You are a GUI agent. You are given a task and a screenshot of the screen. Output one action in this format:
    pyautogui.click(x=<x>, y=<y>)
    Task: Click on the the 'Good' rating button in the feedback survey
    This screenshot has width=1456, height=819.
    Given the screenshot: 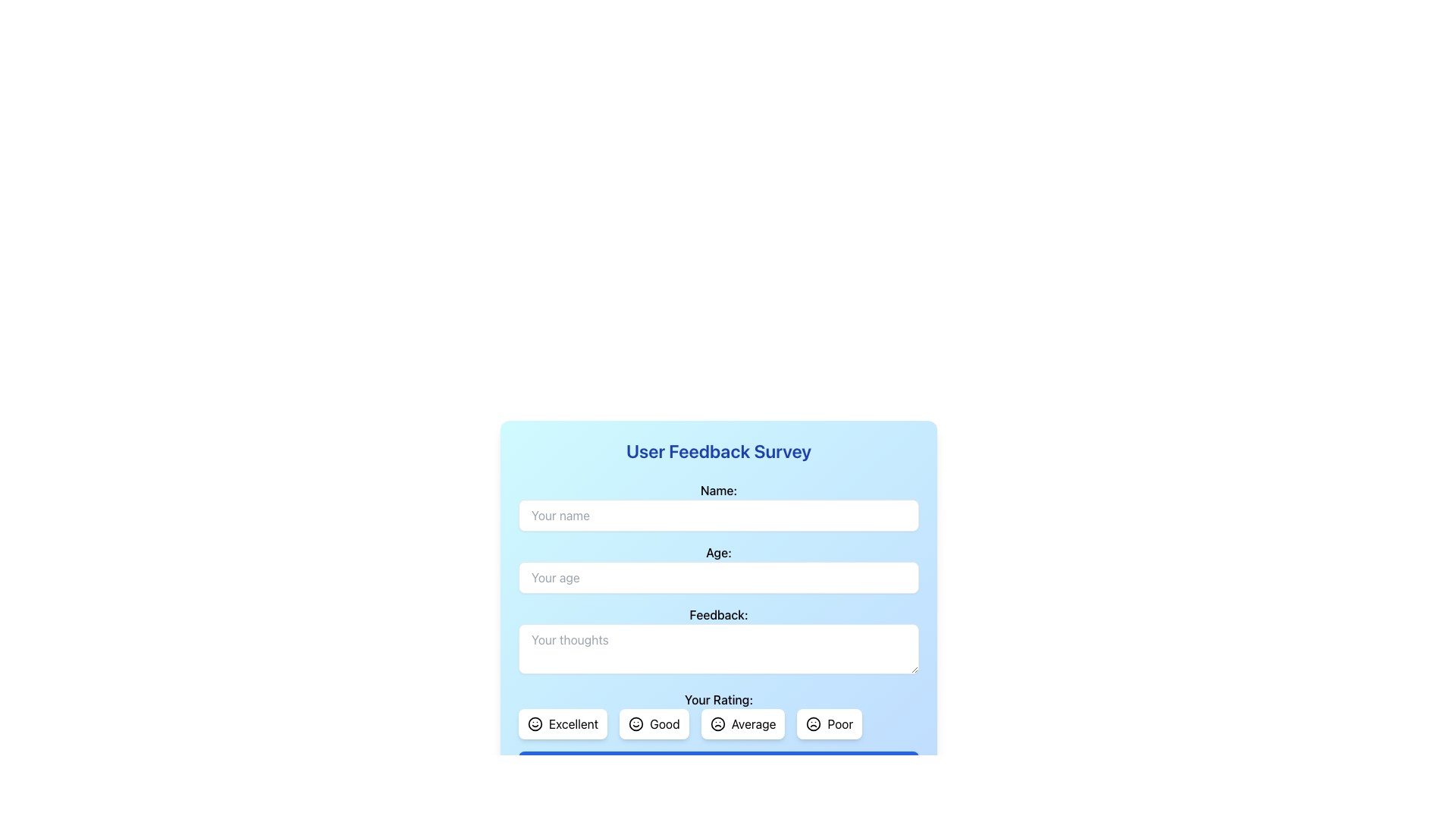 What is the action you would take?
    pyautogui.click(x=654, y=723)
    